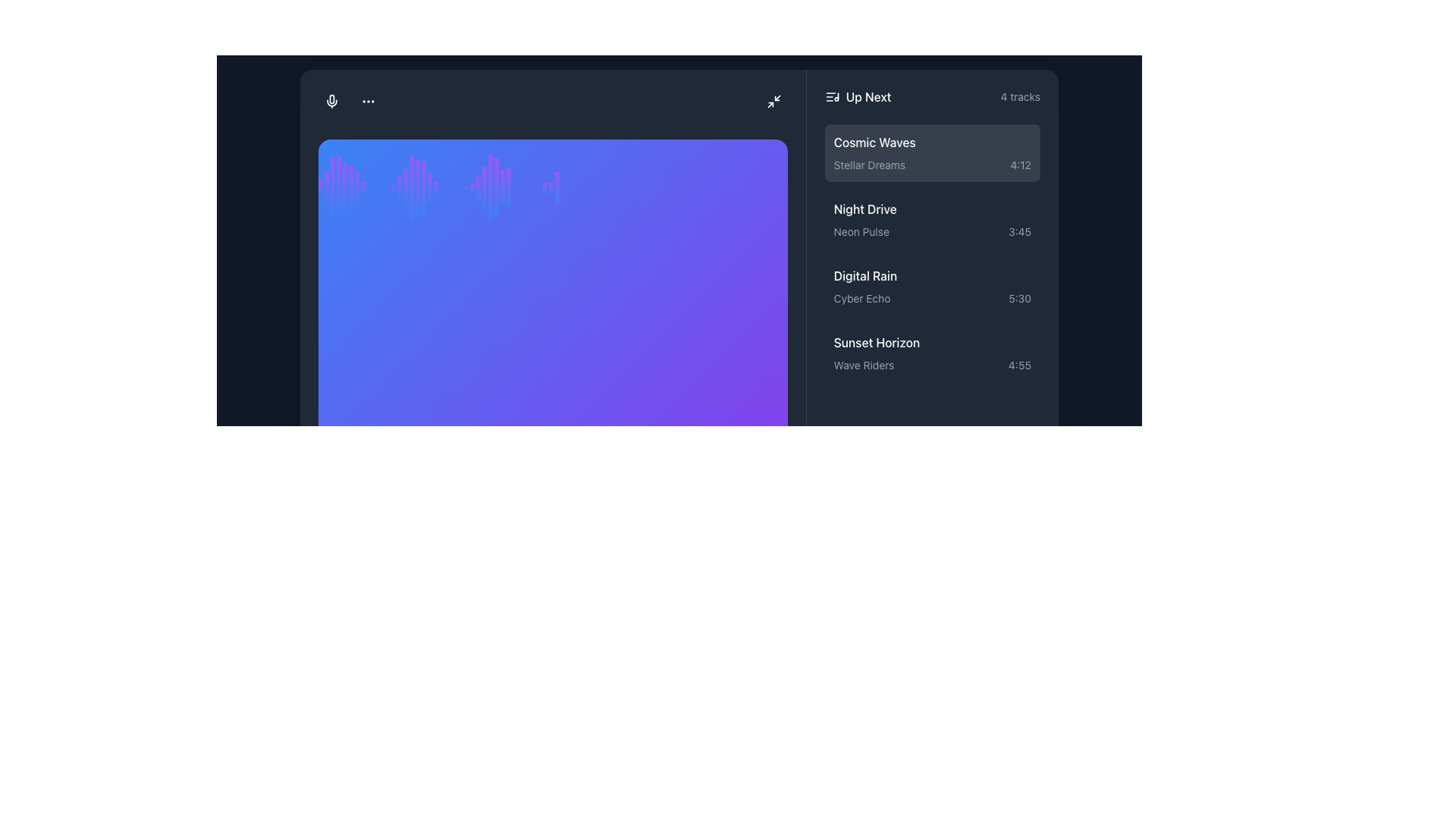 The height and width of the screenshot is (819, 1456). Describe the element at coordinates (1020, 298) in the screenshot. I see `the duration text label for the track 'Digital Rain' located on the right side of the 'Digital Rain Cyber Echo' row in the 'Up Next' list` at that location.